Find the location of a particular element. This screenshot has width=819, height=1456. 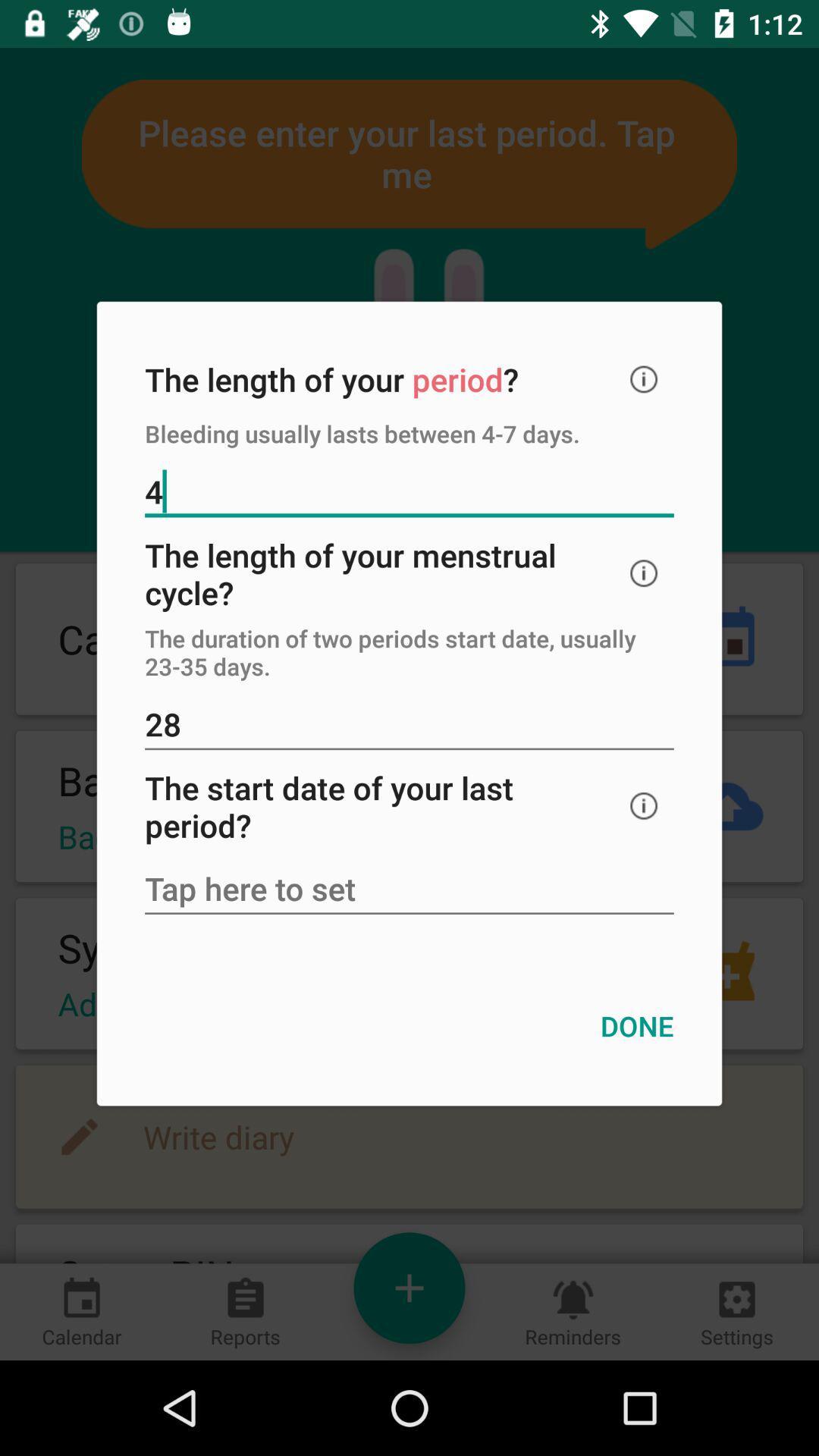

item above bleeding usually lasts item is located at coordinates (644, 379).